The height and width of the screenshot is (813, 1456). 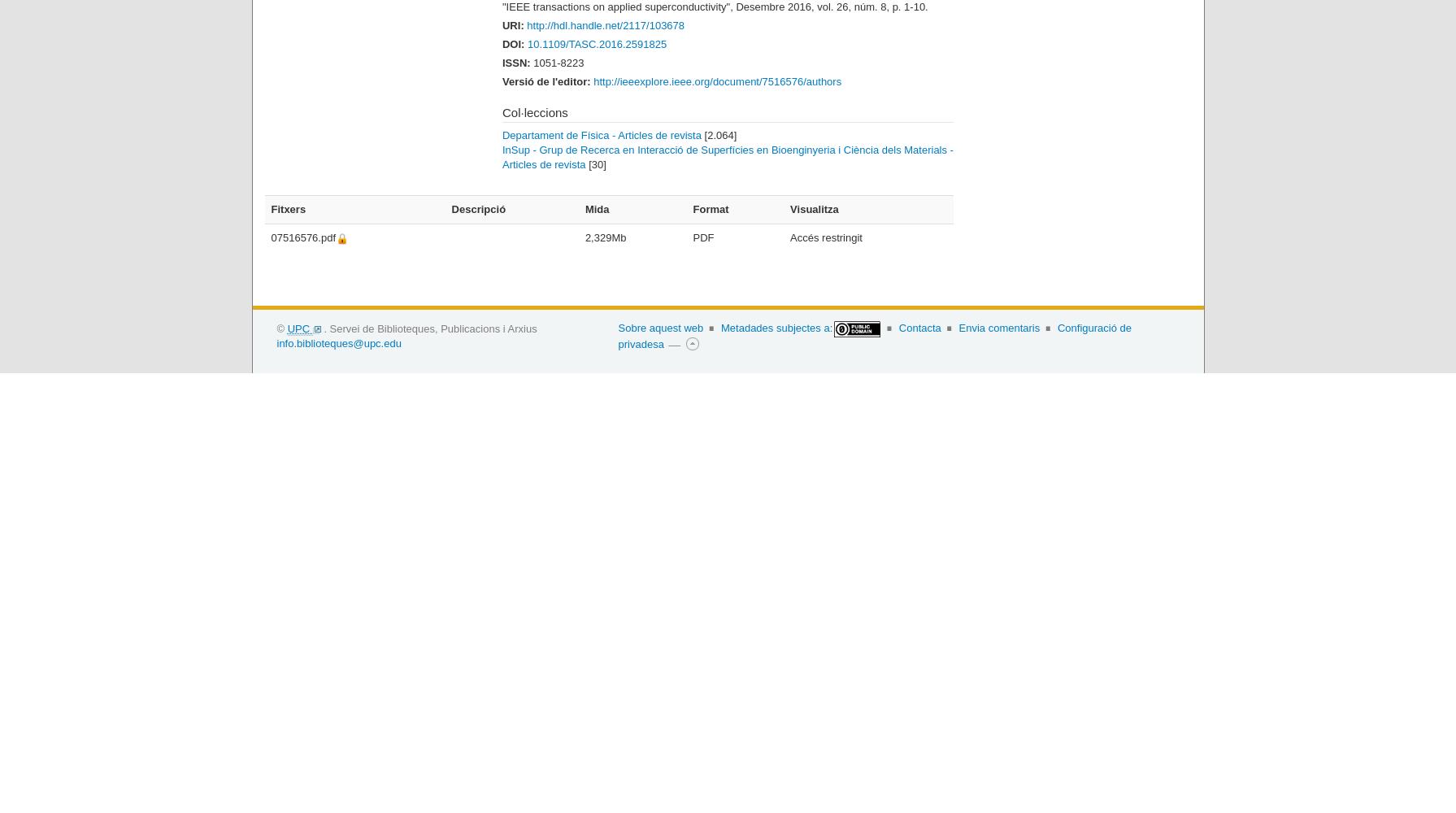 What do you see at coordinates (501, 80) in the screenshot?
I see `'Versió de l'editor'` at bounding box center [501, 80].